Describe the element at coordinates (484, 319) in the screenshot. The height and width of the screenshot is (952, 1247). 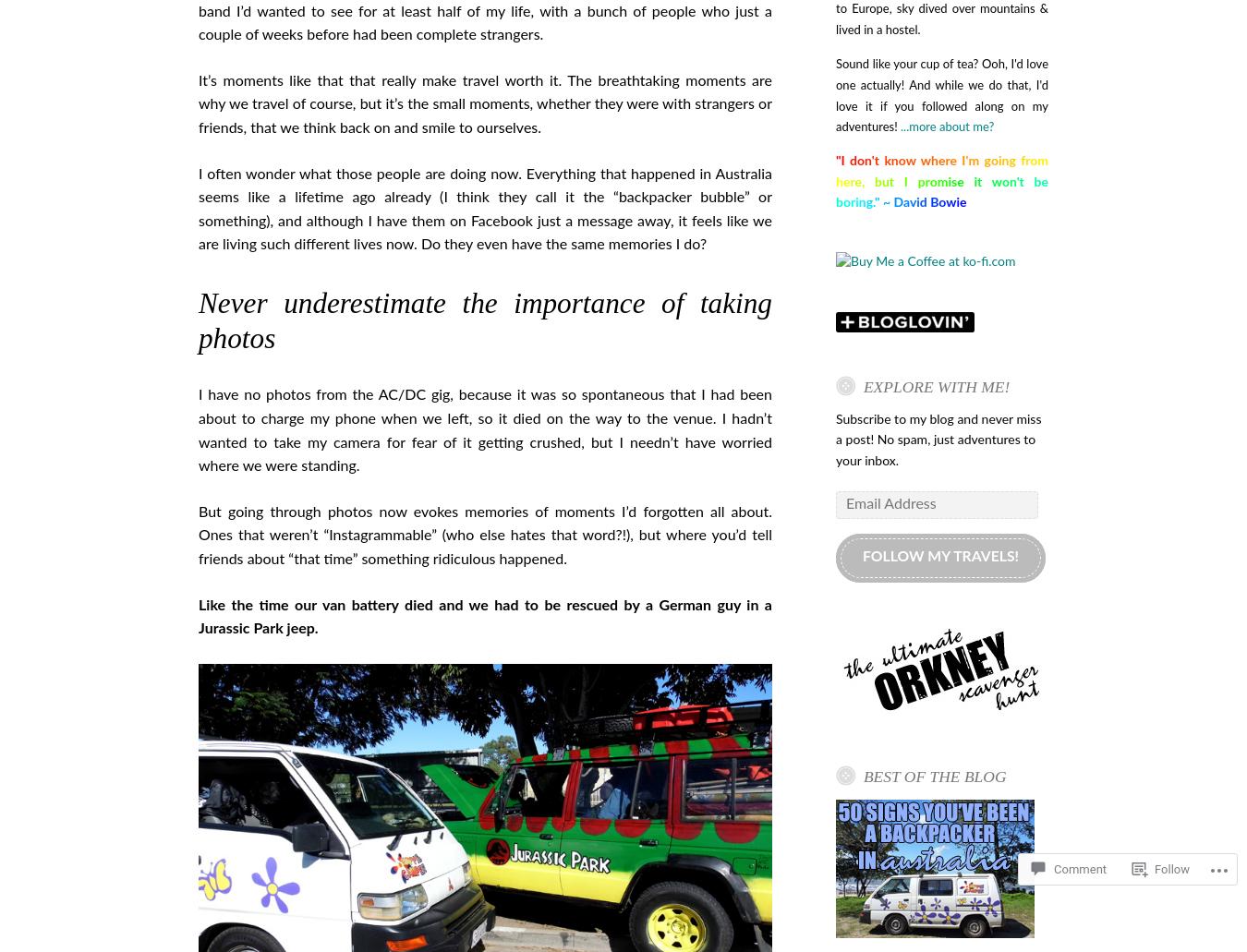
I see `'Never underestimate the importance of taking photos'` at that location.